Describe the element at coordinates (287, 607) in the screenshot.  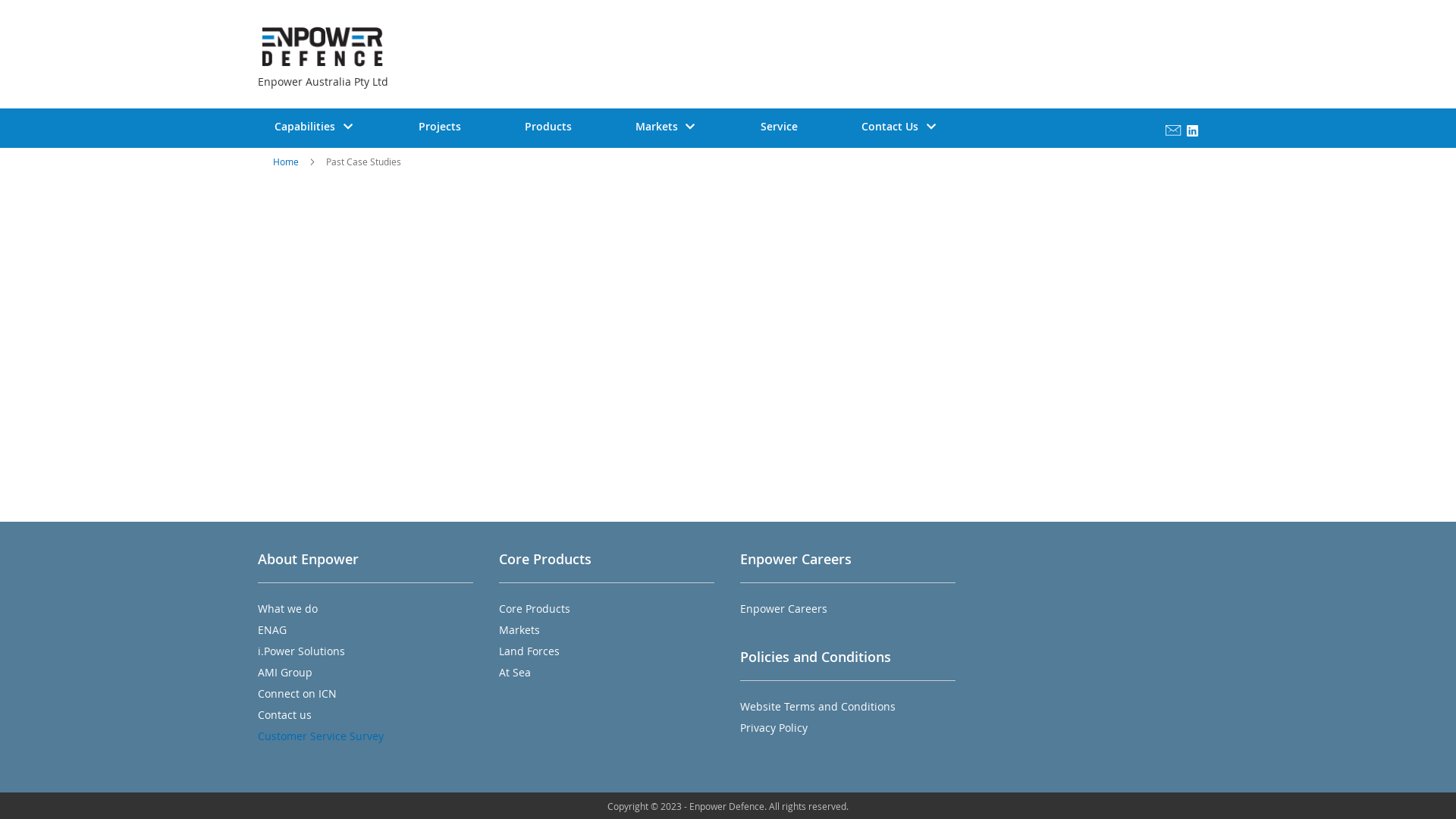
I see `'What we do'` at that location.